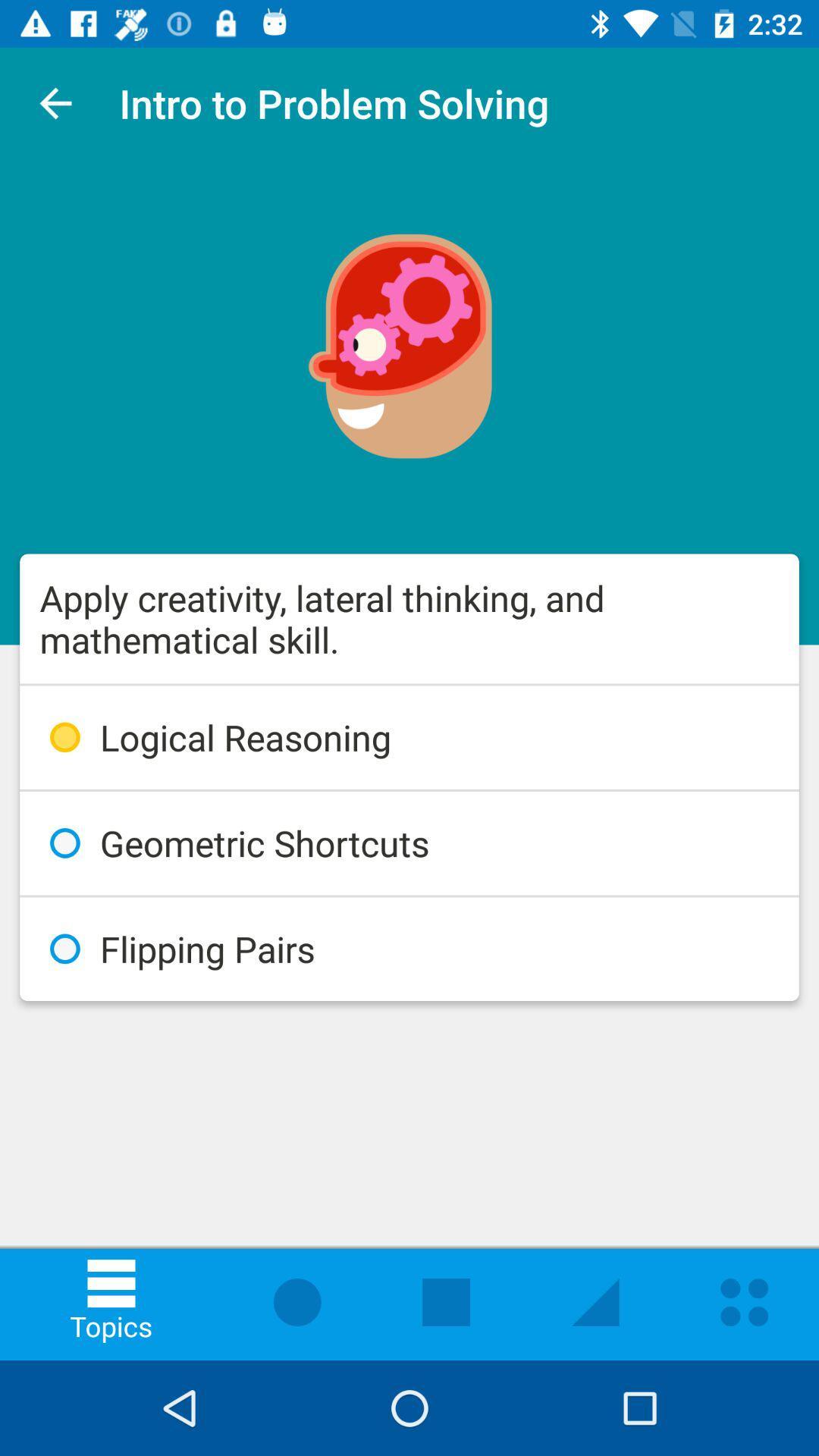 Image resolution: width=819 pixels, height=1456 pixels. What do you see at coordinates (409, 948) in the screenshot?
I see `flipping pairs icon` at bounding box center [409, 948].